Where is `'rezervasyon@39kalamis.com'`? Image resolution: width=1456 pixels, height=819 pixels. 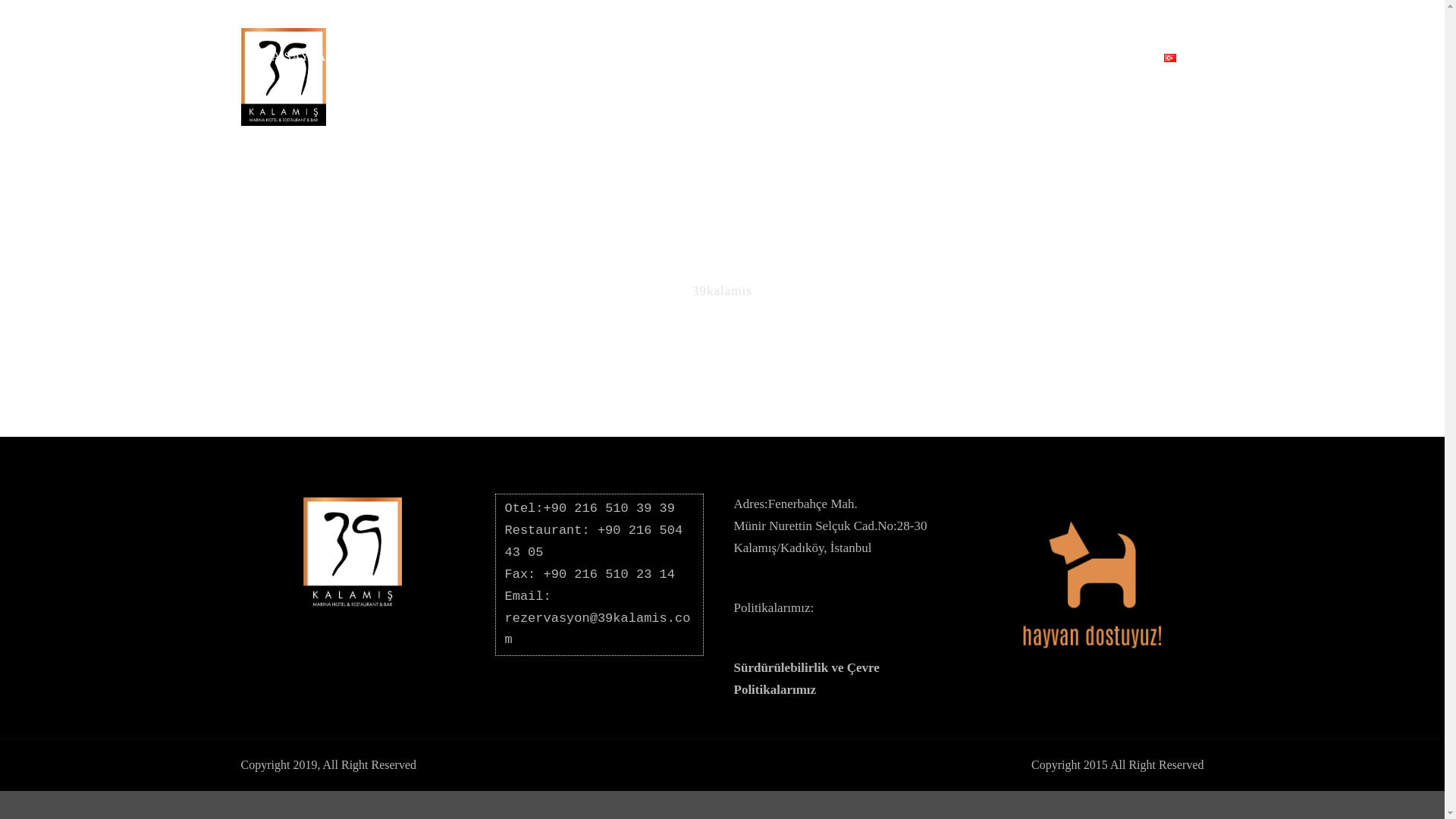 'rezervasyon@39kalamis.com' is located at coordinates (597, 629).